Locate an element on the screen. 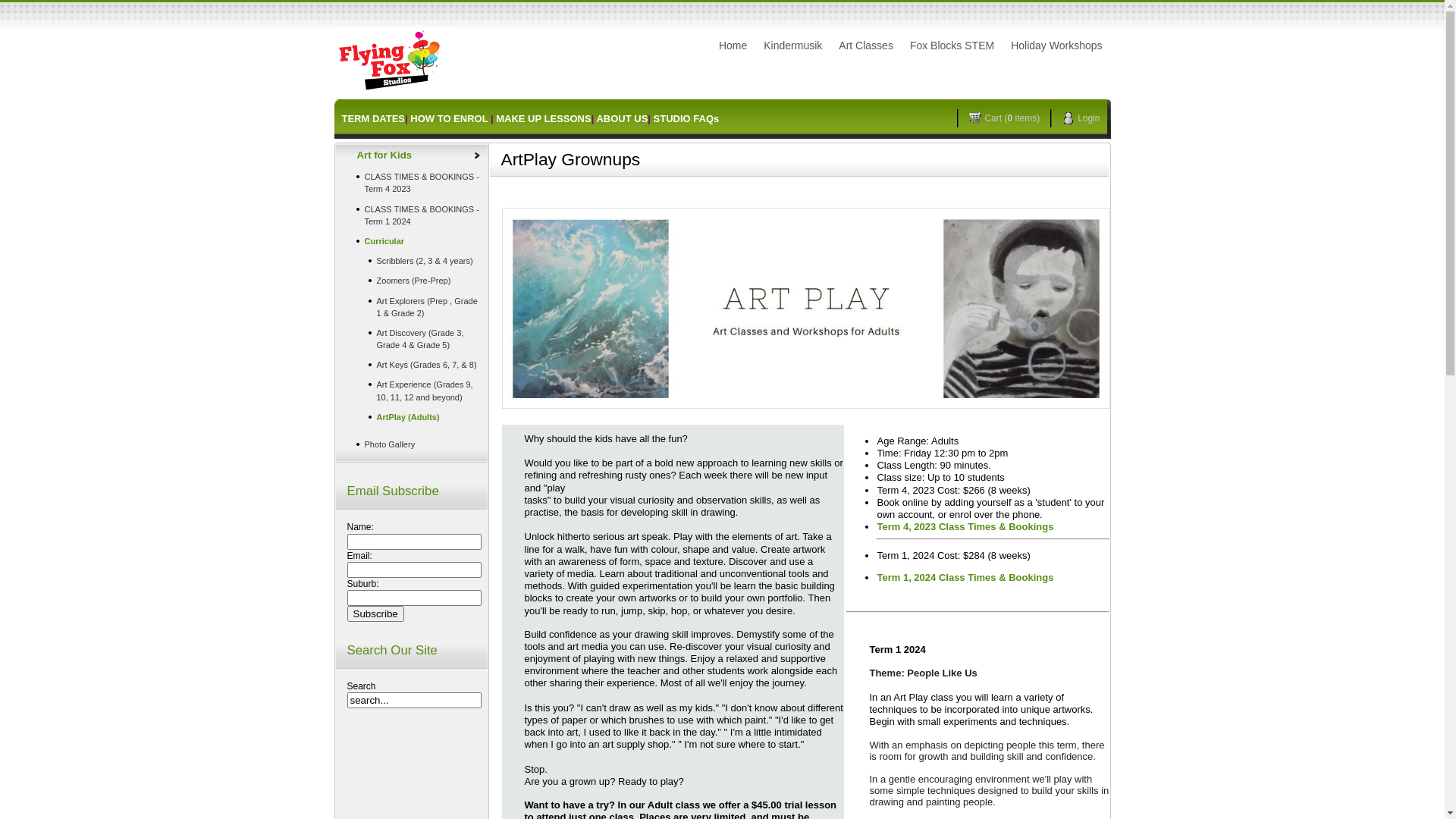  'Log in' is located at coordinates (803, 57).